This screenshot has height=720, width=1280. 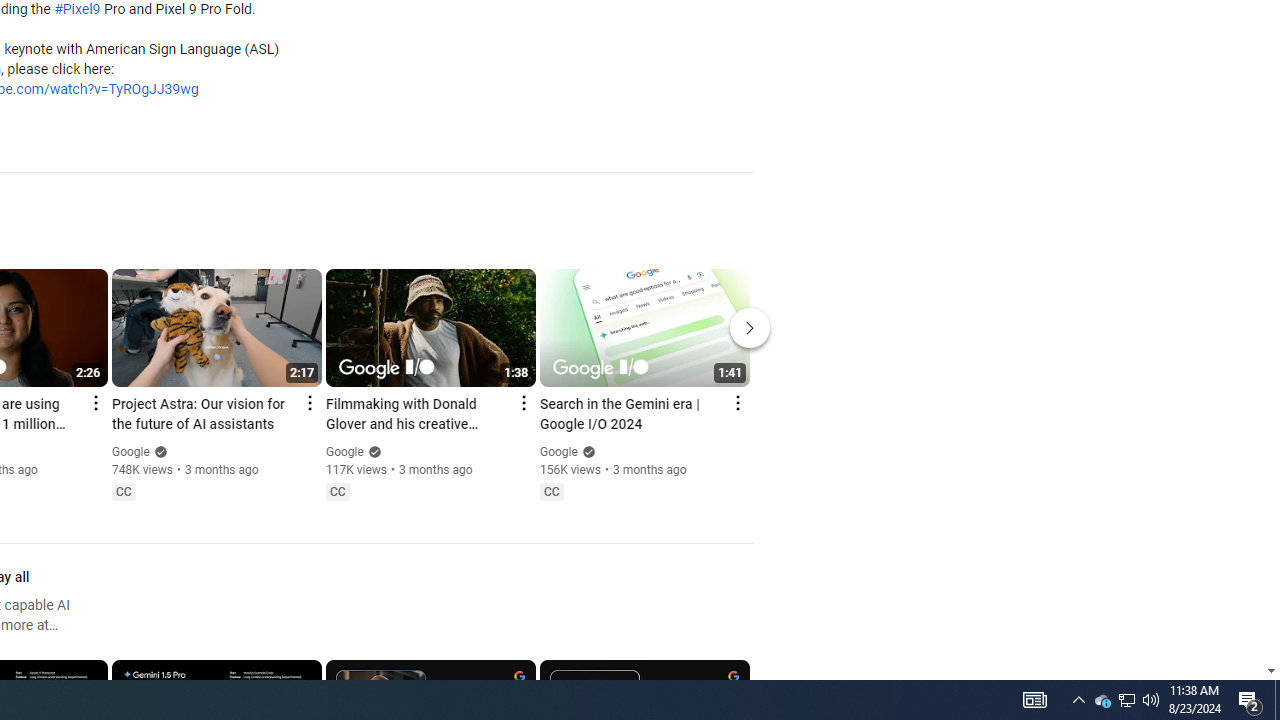 I want to click on '#Pixel9', so click(x=77, y=10).